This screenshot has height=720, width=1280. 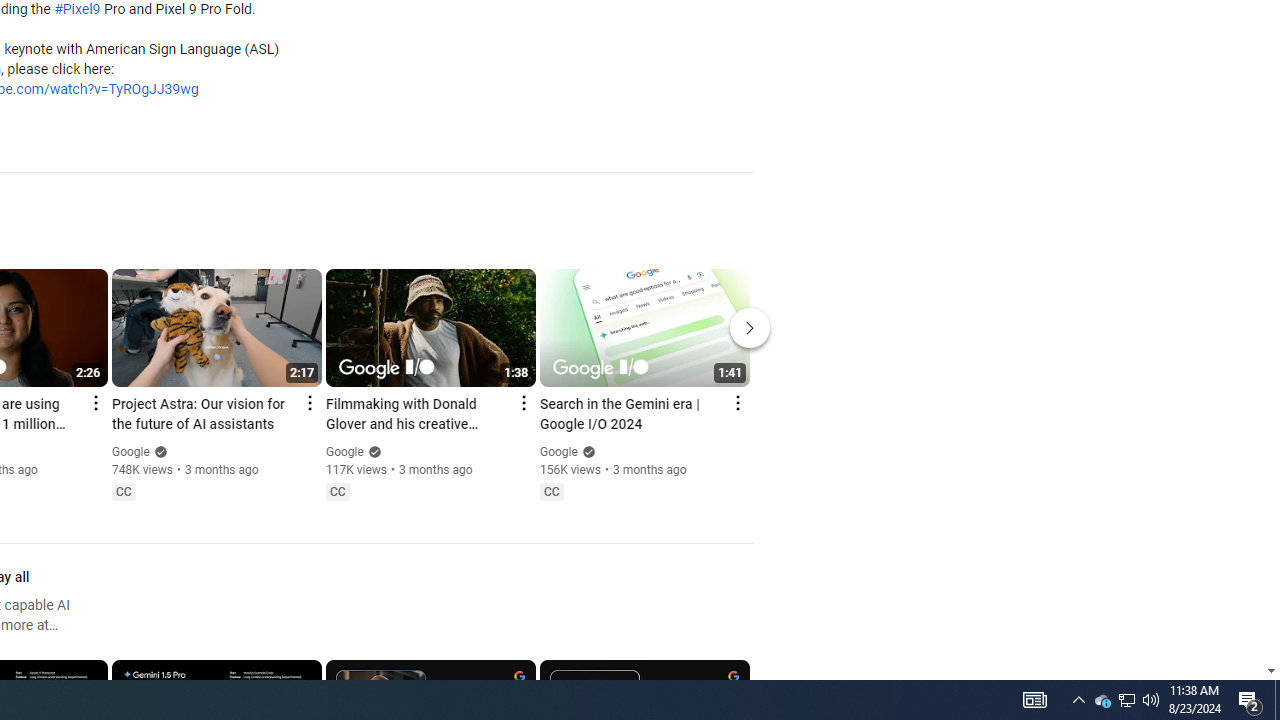 I want to click on '#Pixel9', so click(x=77, y=10).